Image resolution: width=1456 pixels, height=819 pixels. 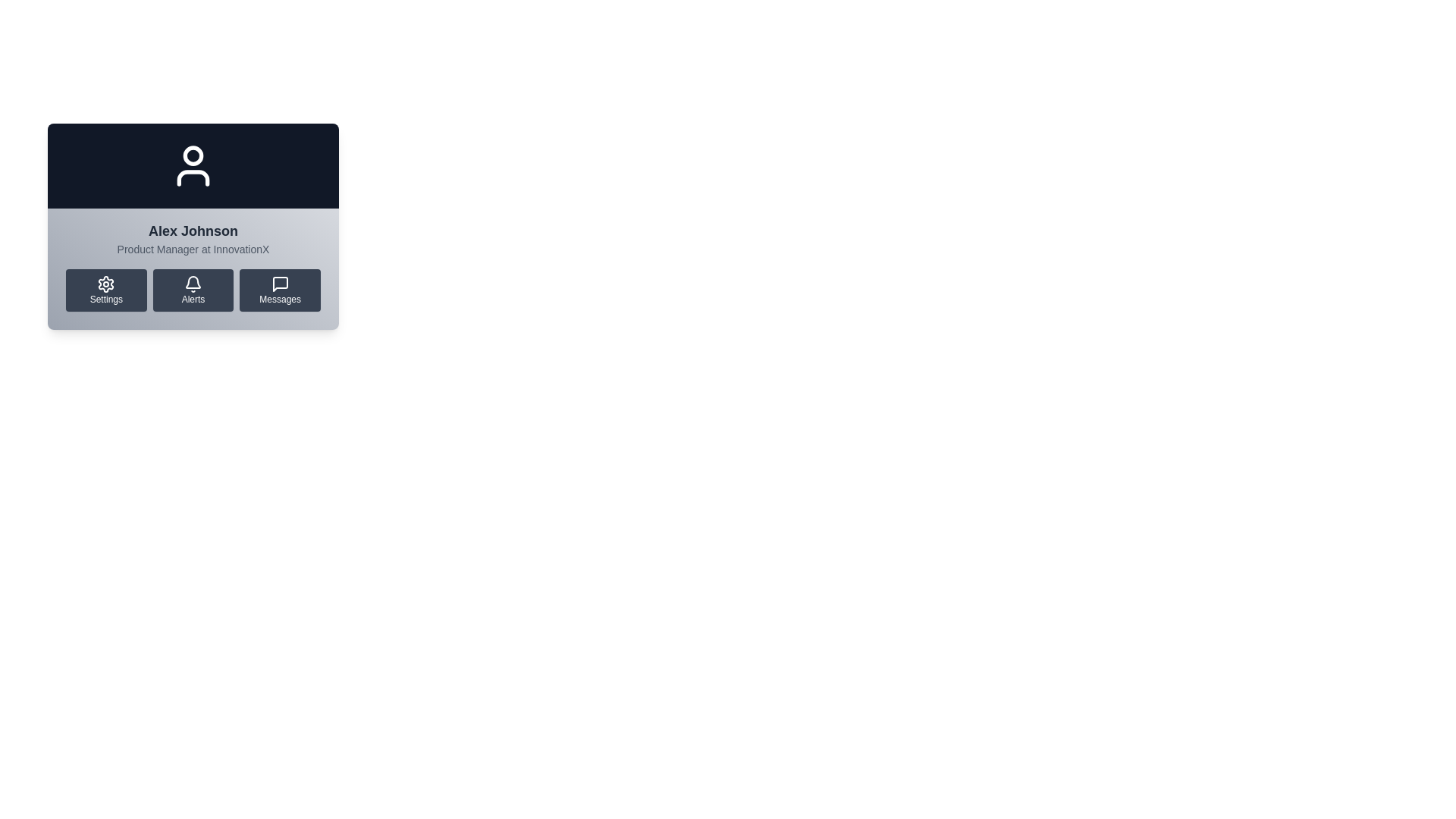 I want to click on the text label that reads 'Product Manager at InnovationX', which is styled with a small font size and gray color, positioned below 'Alex Johnson', so click(x=192, y=248).